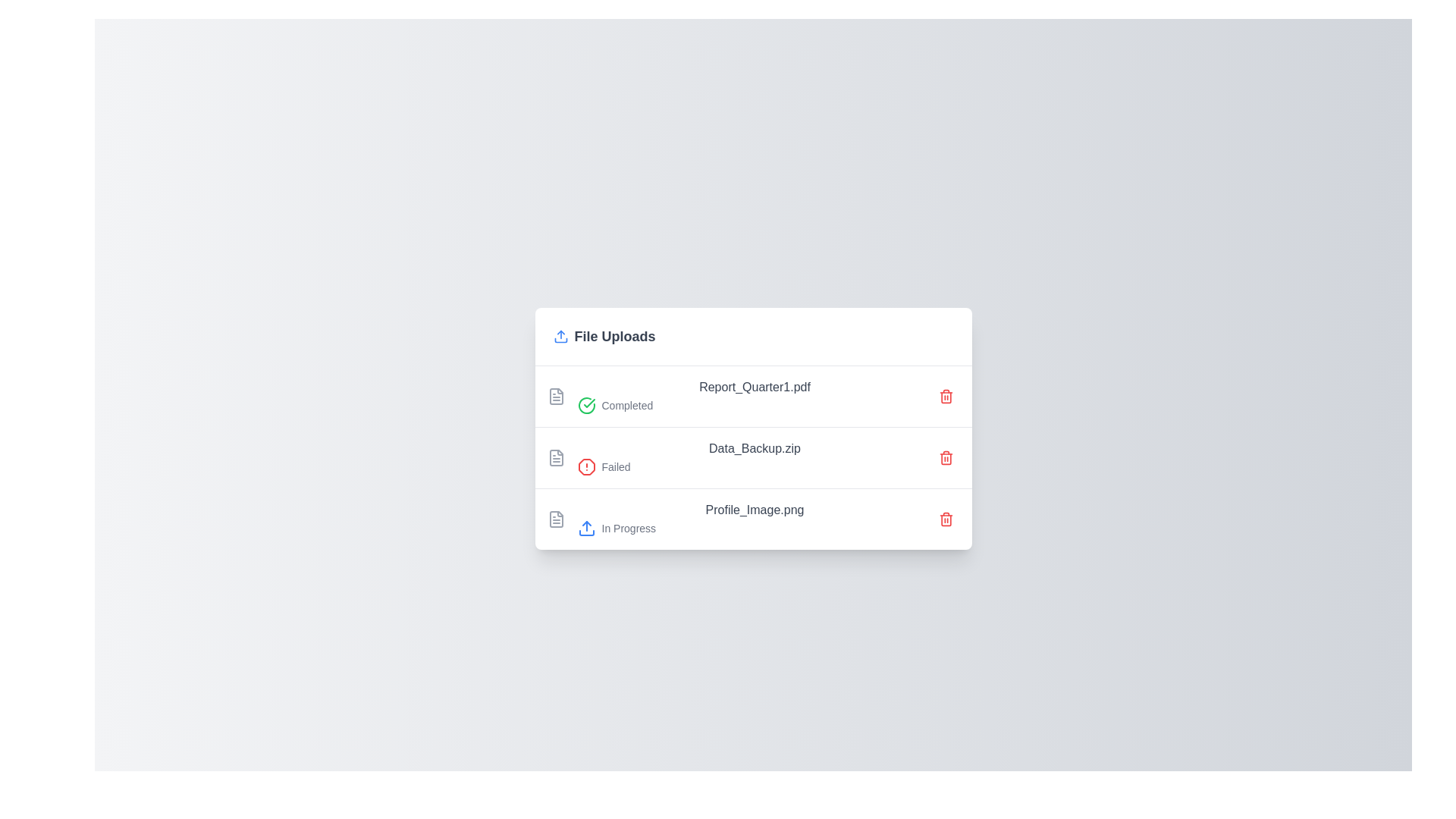 The width and height of the screenshot is (1456, 819). Describe the element at coordinates (555, 457) in the screenshot. I see `the file type icon located in the second row of the file uploads table, positioned before 'Failed' and the file name 'Data_Backup.zip'` at that location.